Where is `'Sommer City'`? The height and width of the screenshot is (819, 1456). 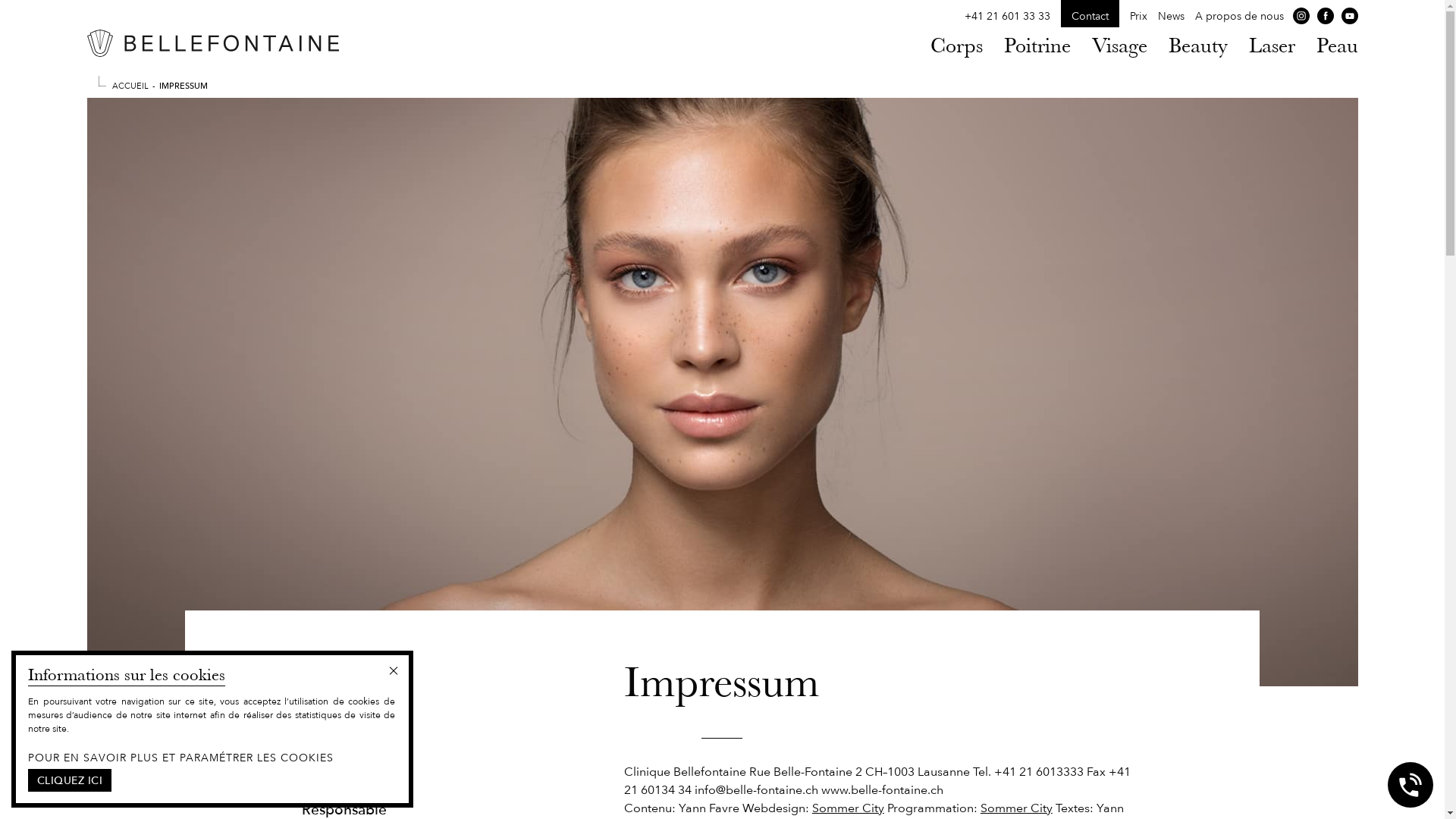 'Sommer City' is located at coordinates (847, 806).